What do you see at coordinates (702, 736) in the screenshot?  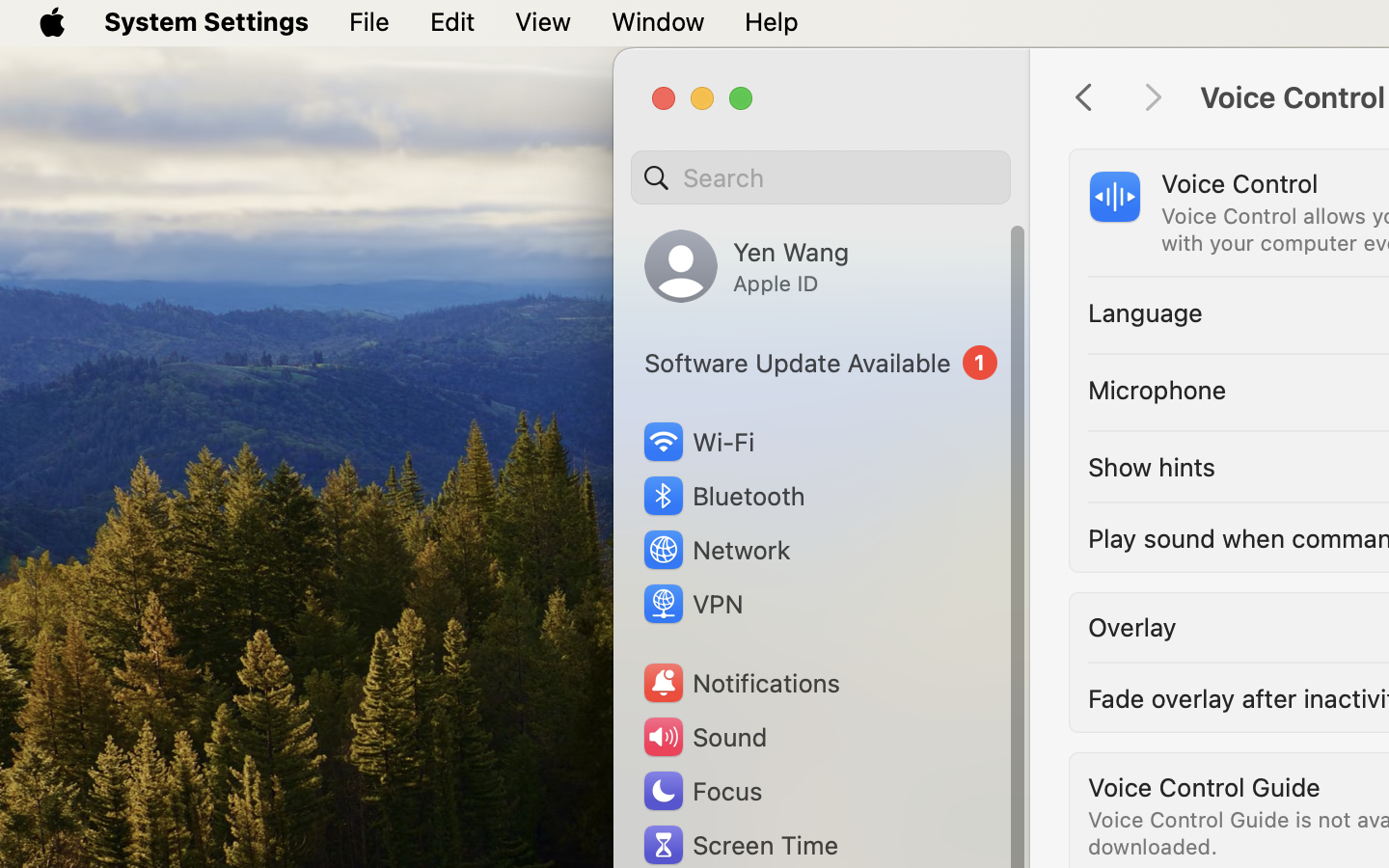 I see `'Sound'` at bounding box center [702, 736].